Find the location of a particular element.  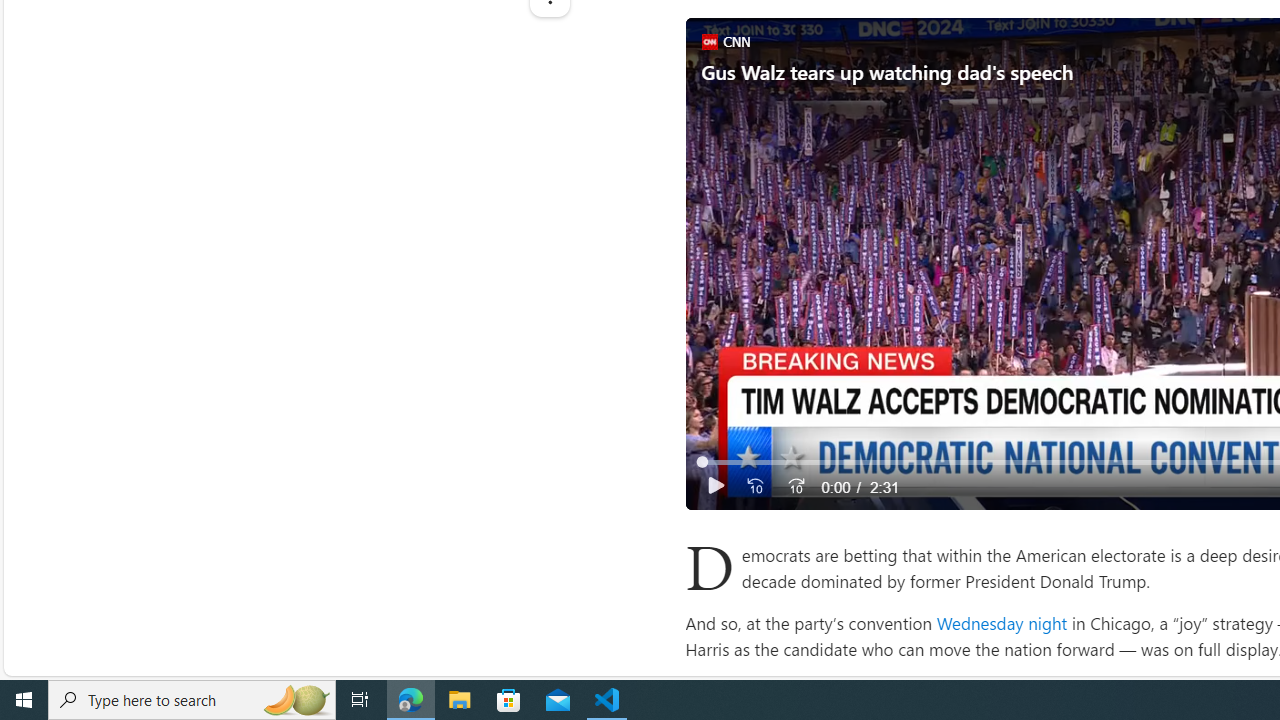

'Play' is located at coordinates (715, 486).